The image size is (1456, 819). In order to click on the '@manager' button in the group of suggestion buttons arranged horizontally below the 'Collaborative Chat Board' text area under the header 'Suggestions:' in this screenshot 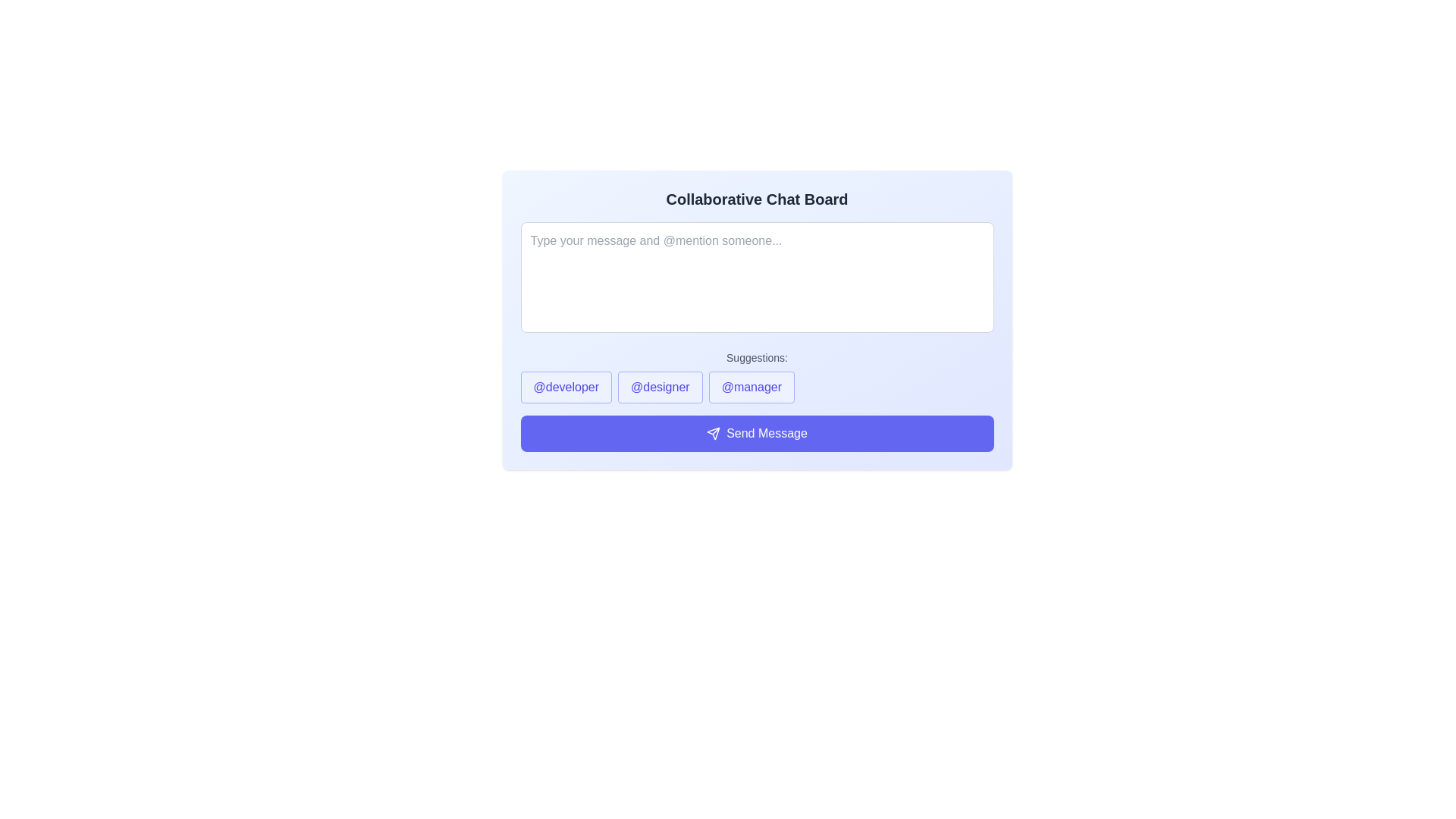, I will do `click(757, 386)`.